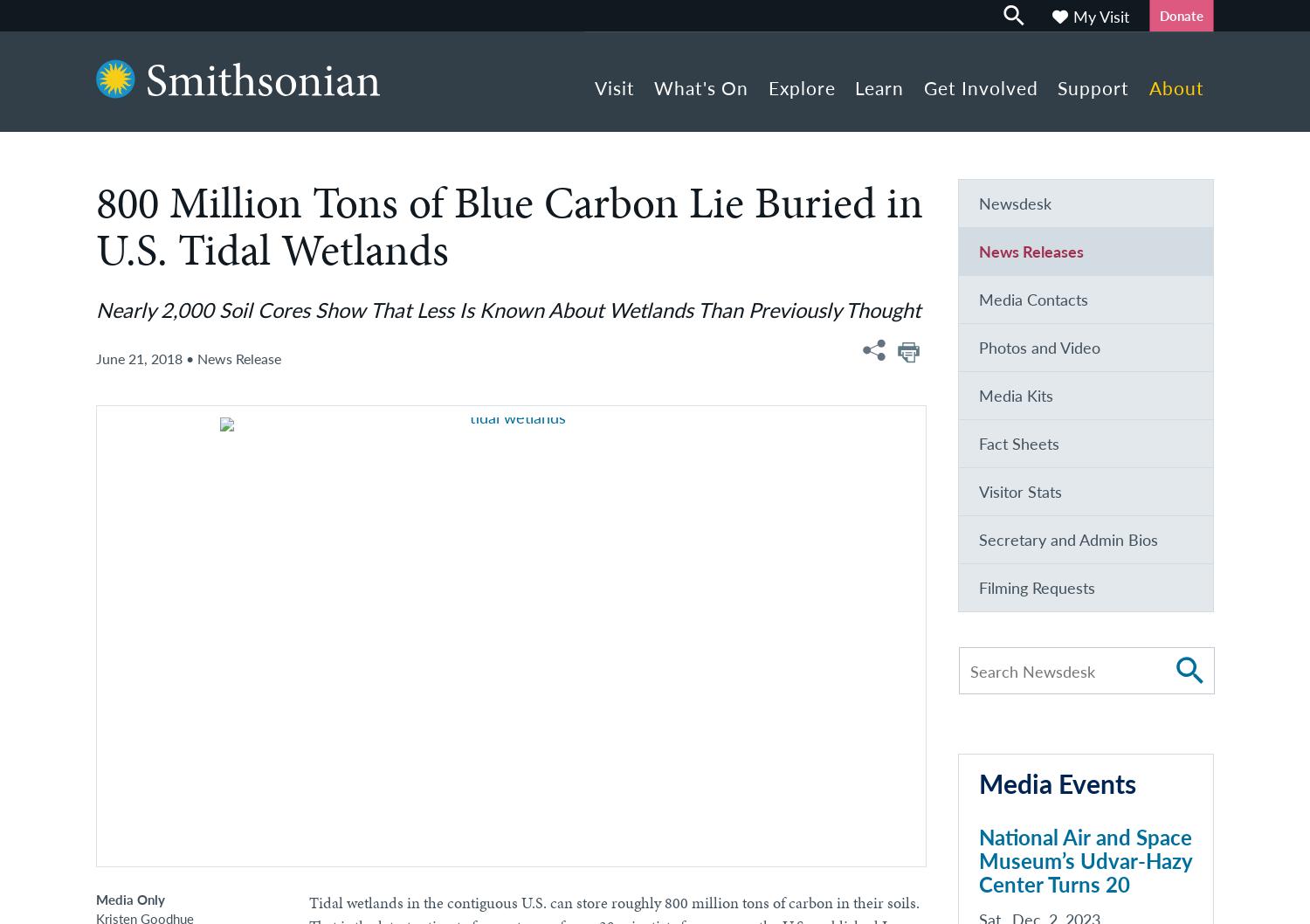  What do you see at coordinates (1032, 300) in the screenshot?
I see `'Media Contacts'` at bounding box center [1032, 300].